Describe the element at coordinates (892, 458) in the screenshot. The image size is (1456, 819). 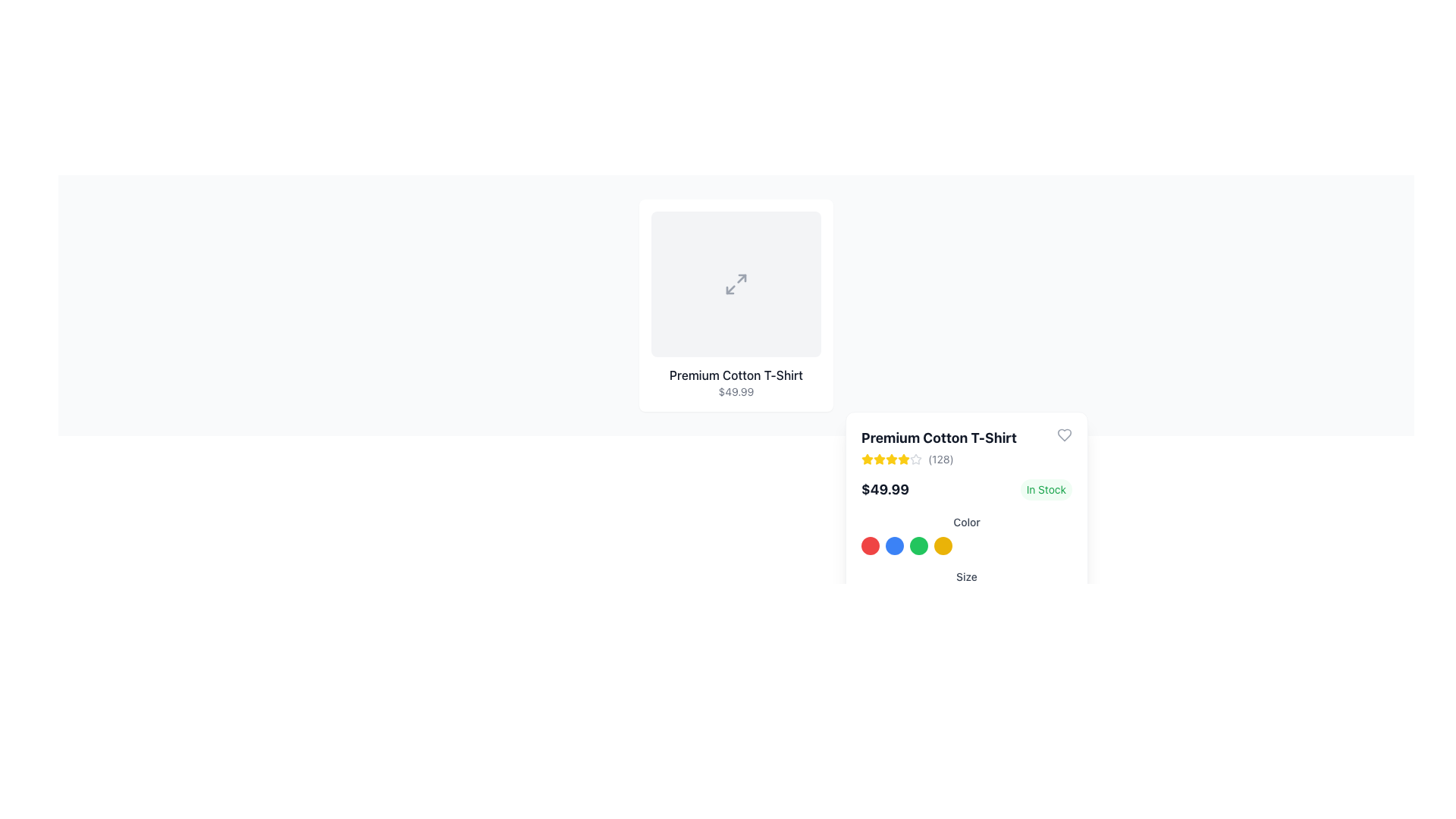
I see `the fifth star icon from a series of six, which is visually styled in yellow and represents a rating system, to alter the rating` at that location.